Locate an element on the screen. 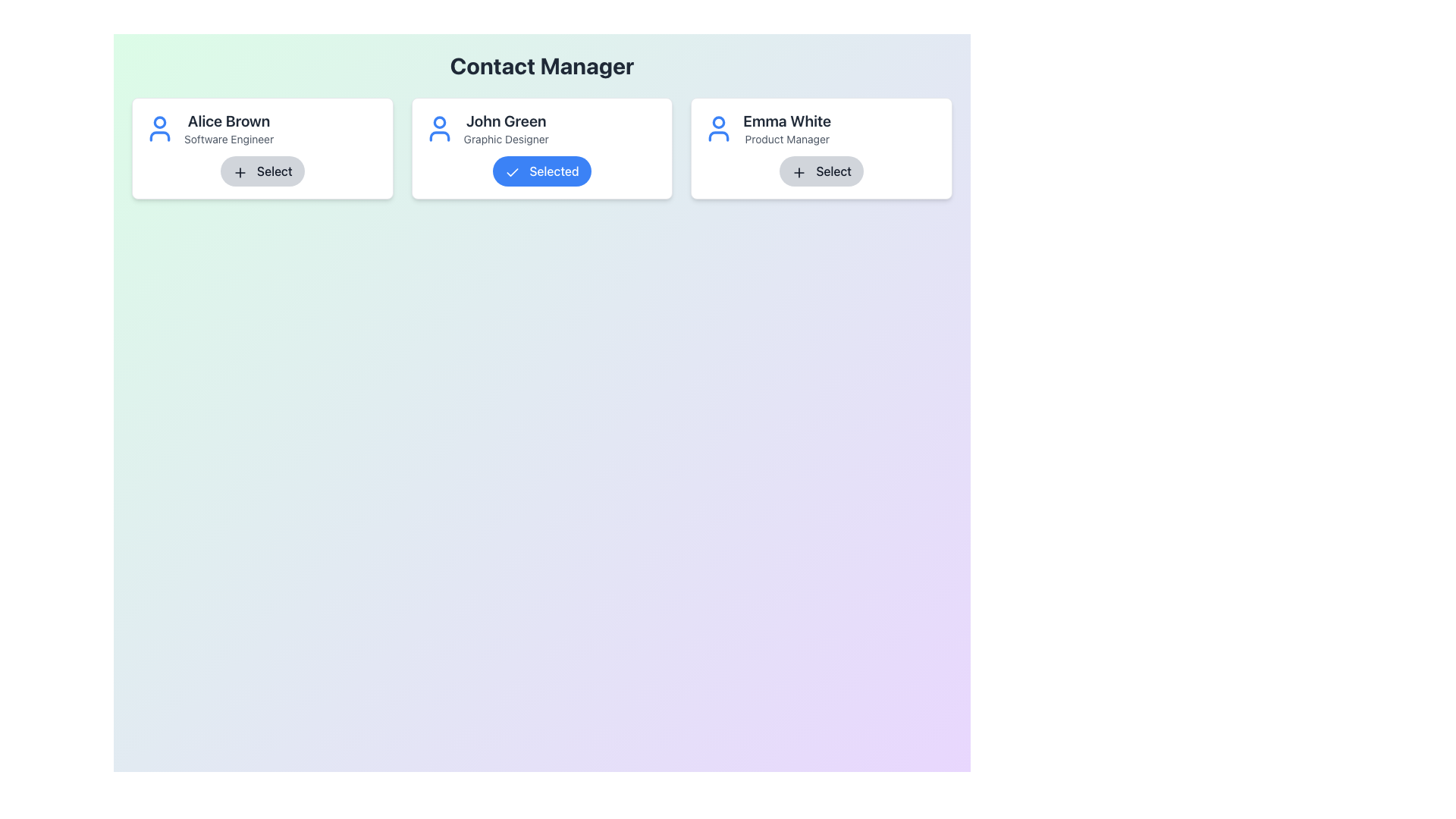 This screenshot has height=819, width=1456. the Text Display that shows the user's name and role, located at the top of the leftmost card above the 'Select' button is located at coordinates (262, 127).